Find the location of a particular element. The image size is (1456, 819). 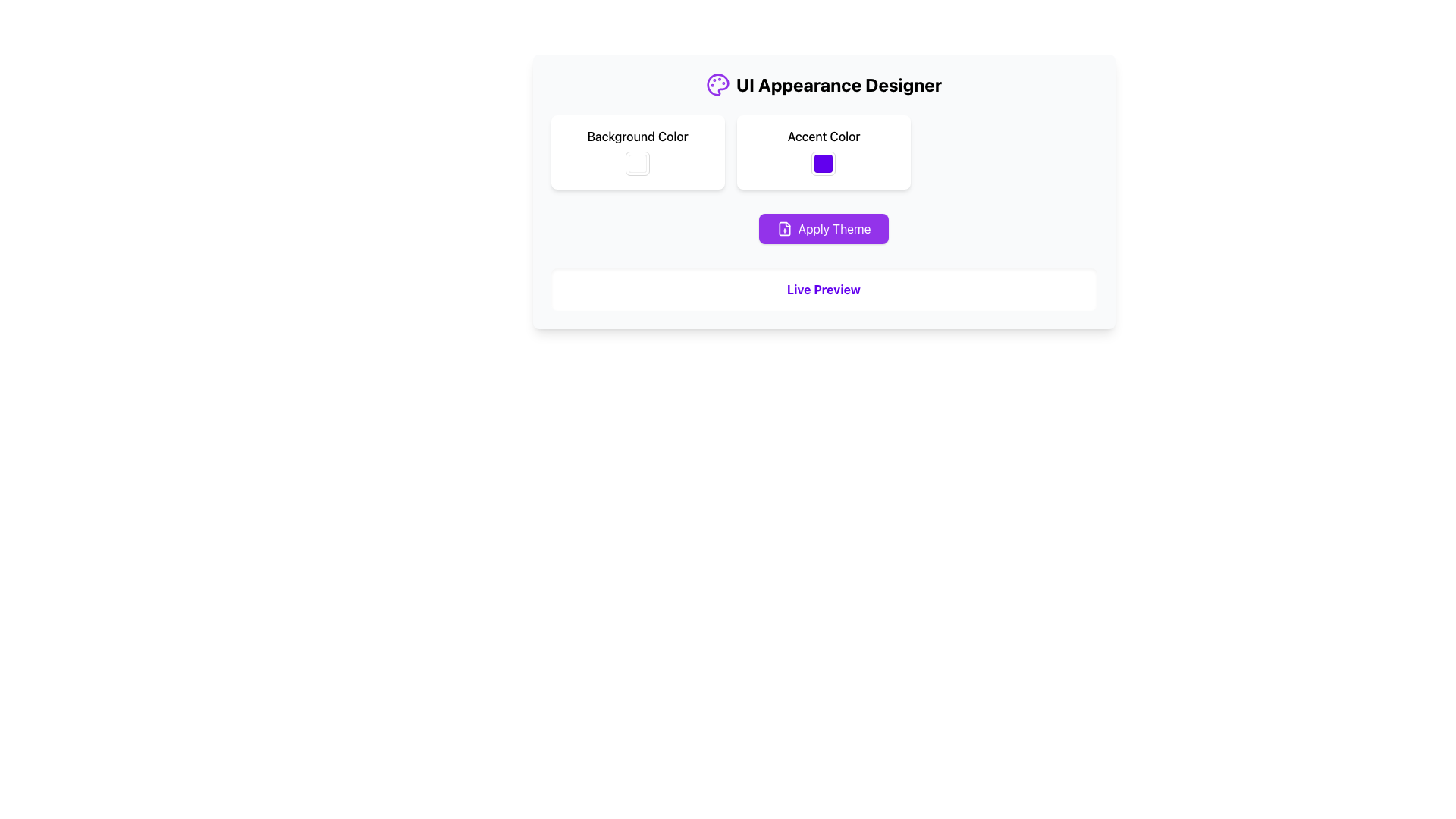

text content of the label indicating background color selection, located in the upper left corner of the white rectangular panel above the checkbox widget is located at coordinates (638, 136).